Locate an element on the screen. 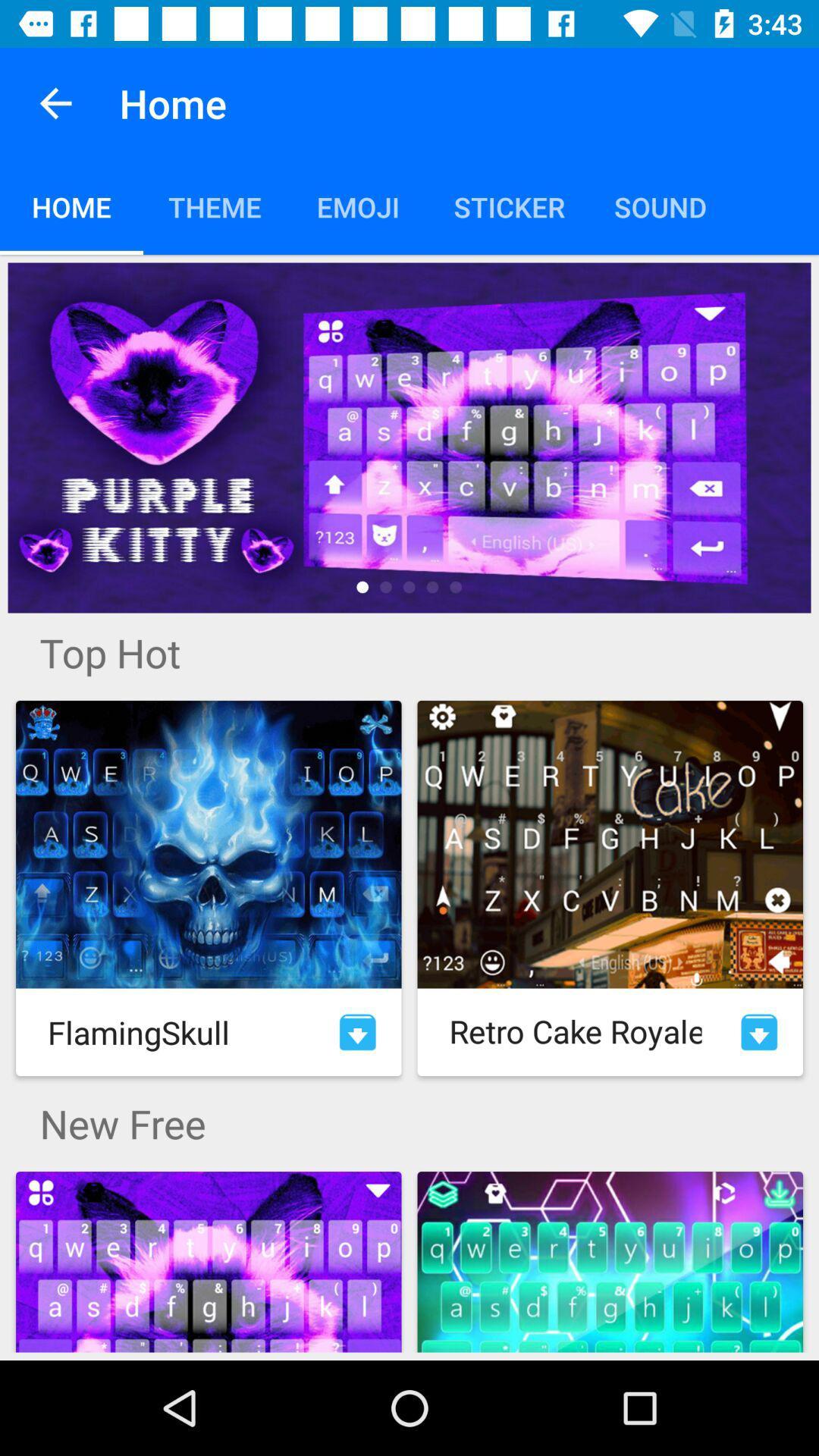  icon above top hot is located at coordinates (409, 437).